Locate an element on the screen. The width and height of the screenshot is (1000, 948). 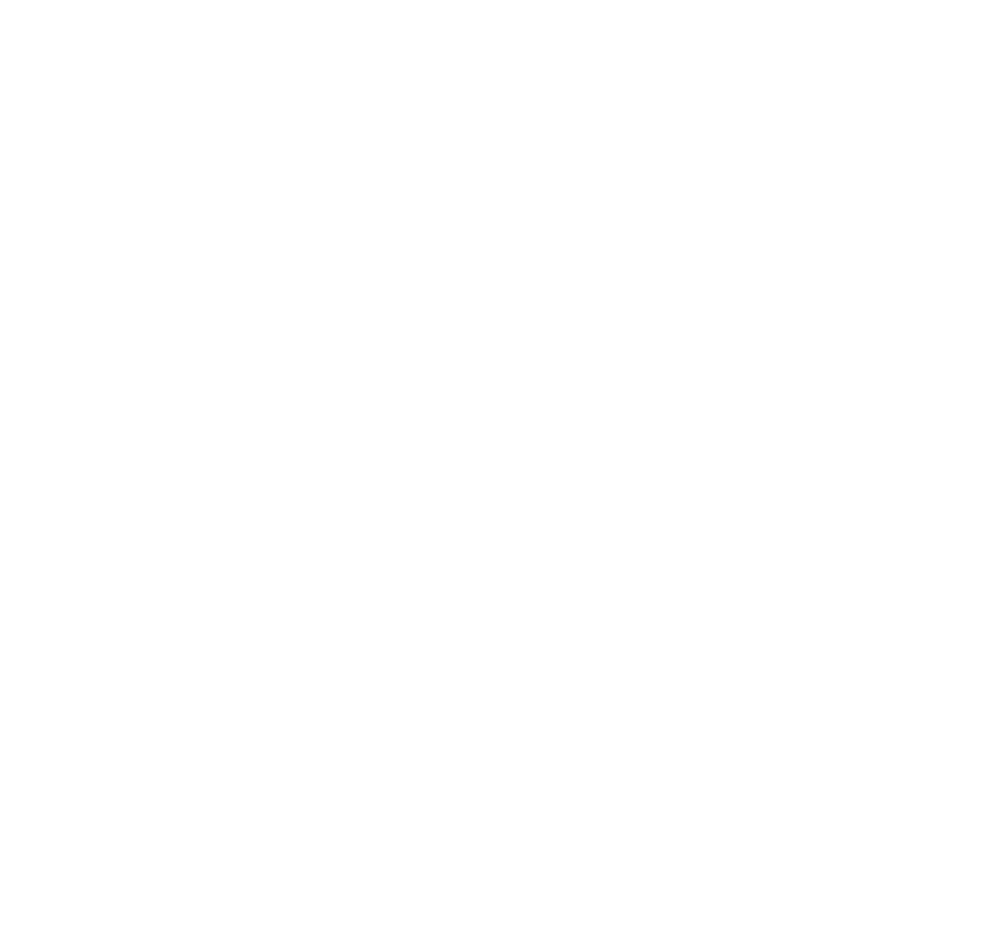
'Espita Mezcaleria' is located at coordinates (260, 495).